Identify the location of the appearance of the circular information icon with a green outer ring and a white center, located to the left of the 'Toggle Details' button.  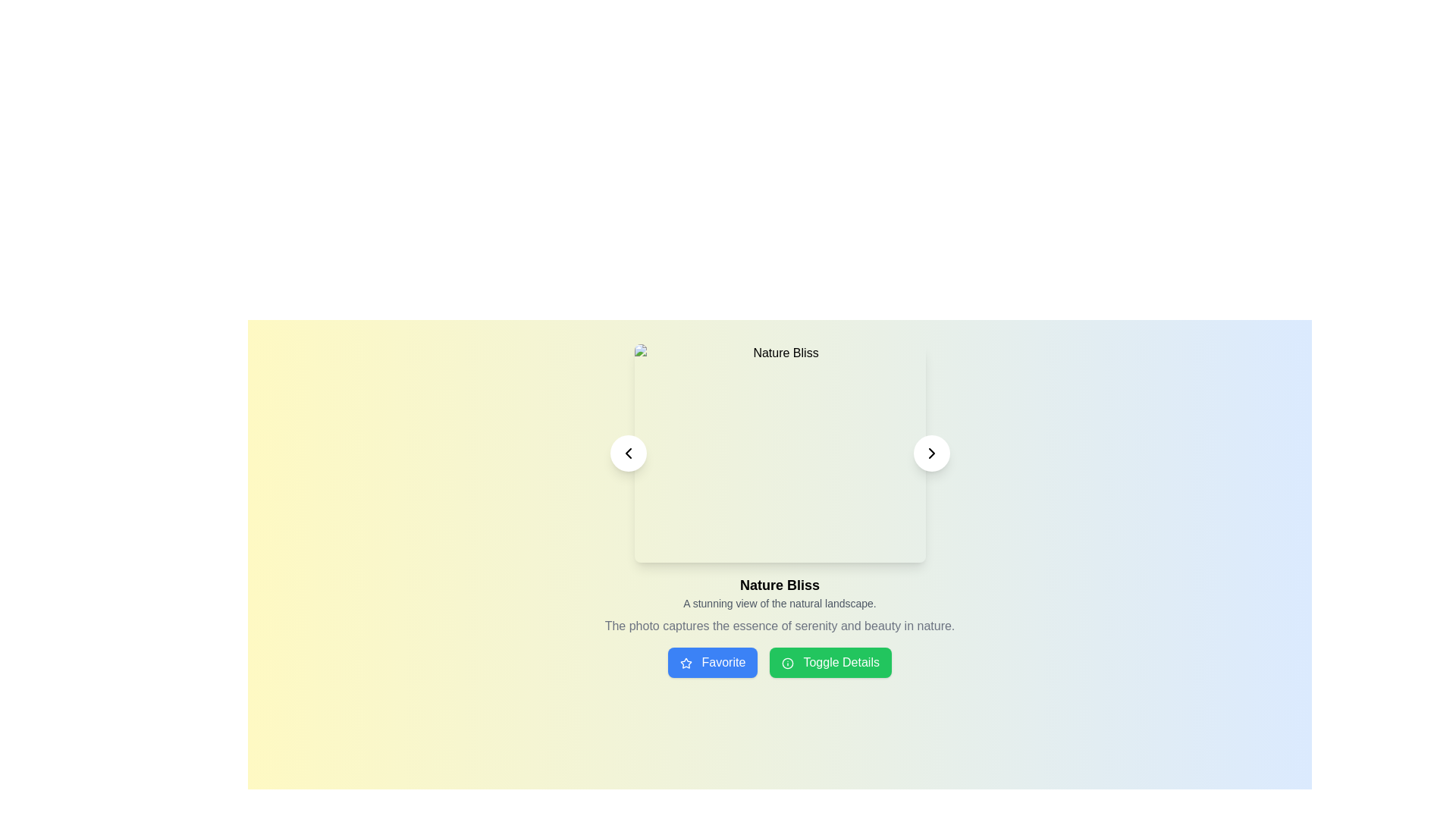
(788, 662).